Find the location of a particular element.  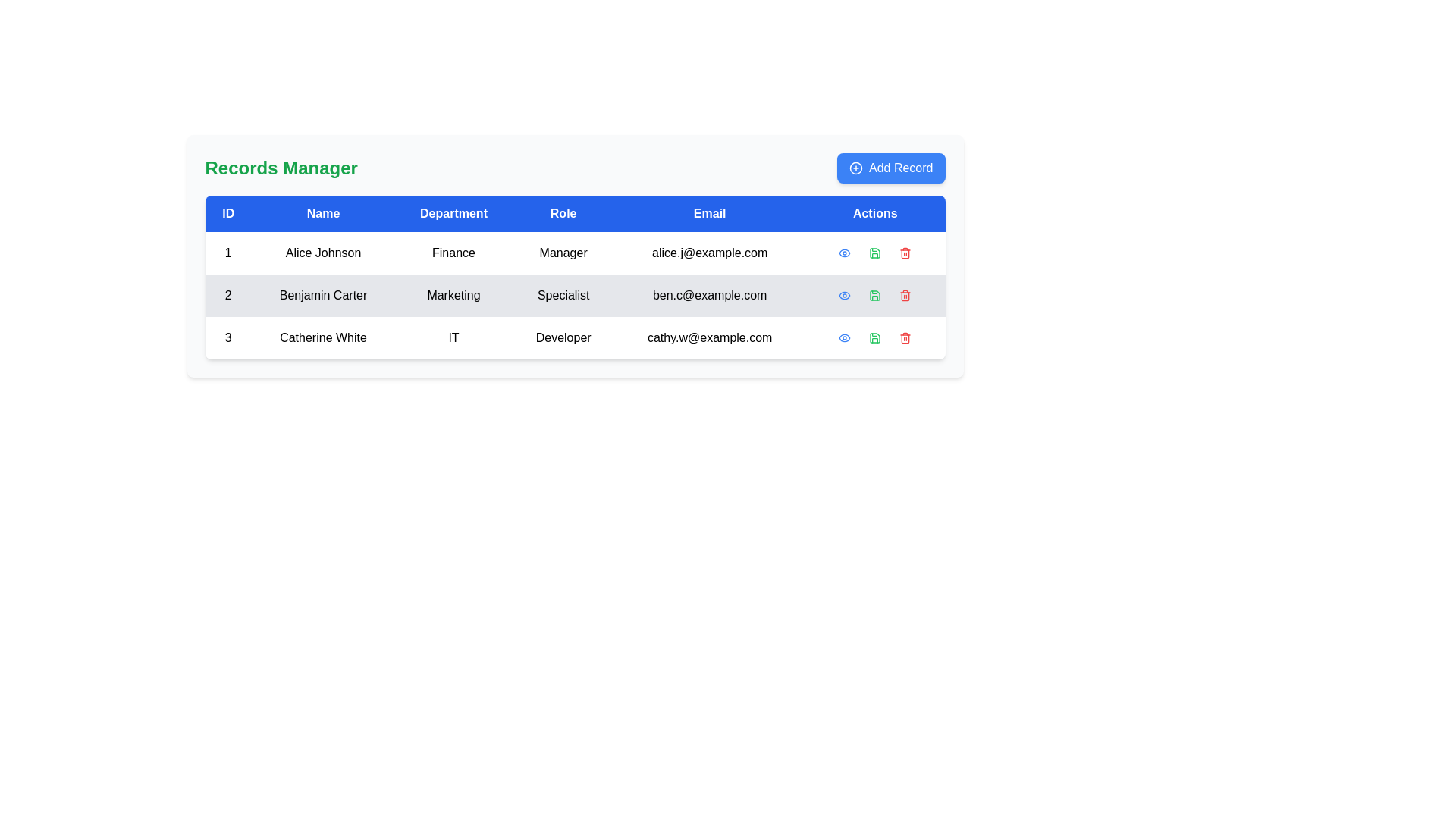

the Save icon located in the Actions column of the first row of the table is located at coordinates (875, 253).